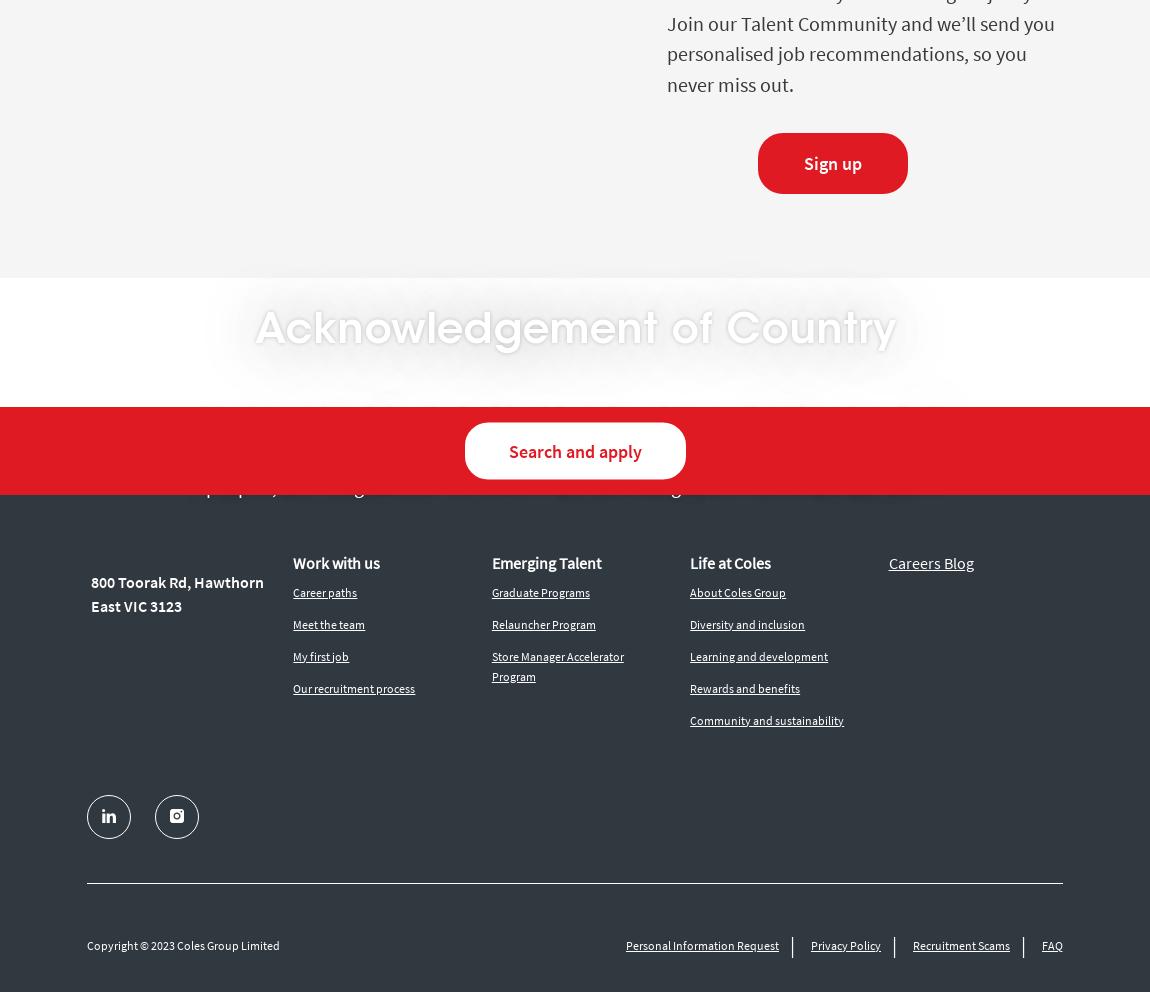  Describe the element at coordinates (736, 590) in the screenshot. I see `'About Coles Group'` at that location.